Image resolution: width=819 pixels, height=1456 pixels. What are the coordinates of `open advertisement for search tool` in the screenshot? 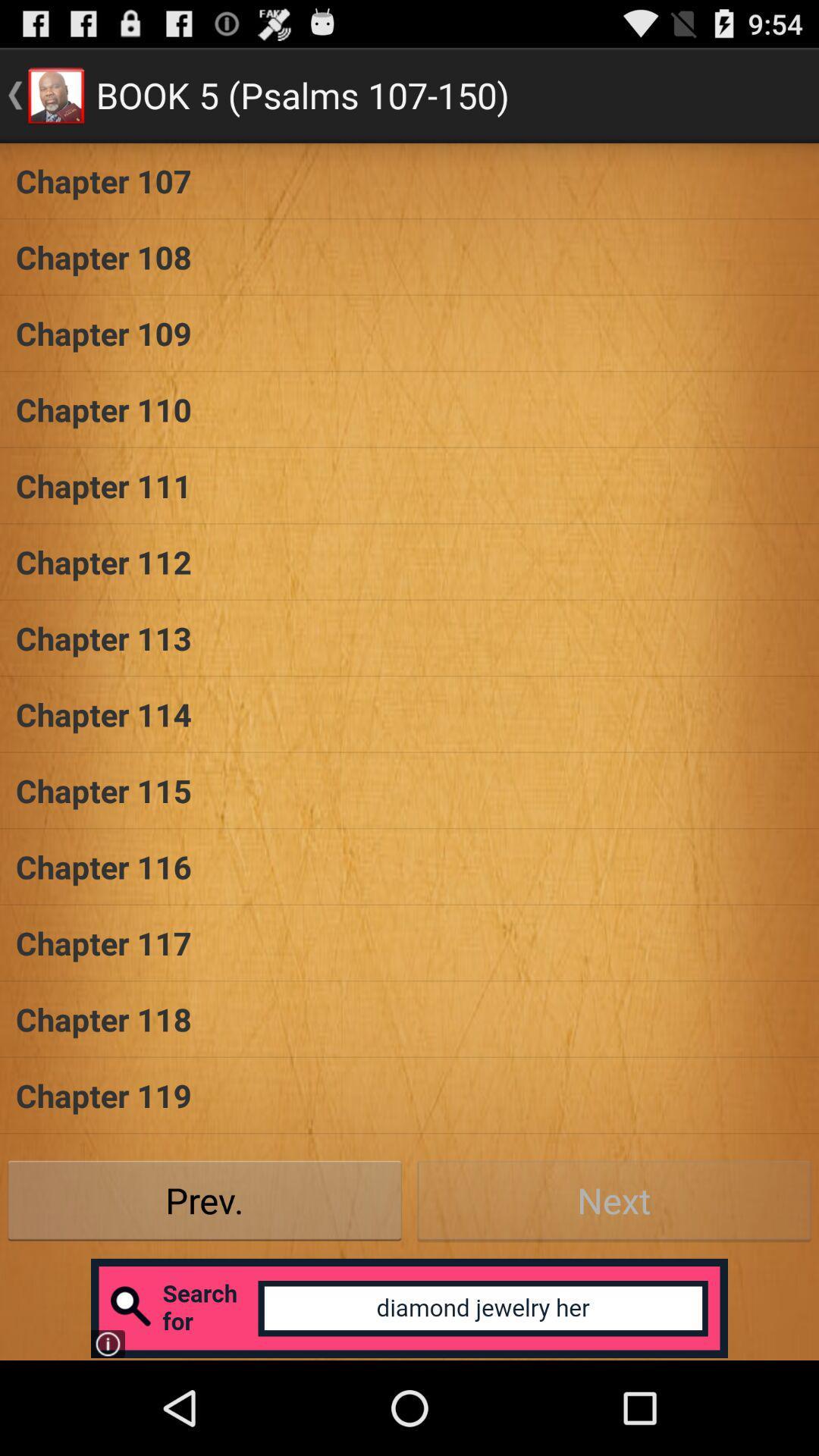 It's located at (409, 1307).